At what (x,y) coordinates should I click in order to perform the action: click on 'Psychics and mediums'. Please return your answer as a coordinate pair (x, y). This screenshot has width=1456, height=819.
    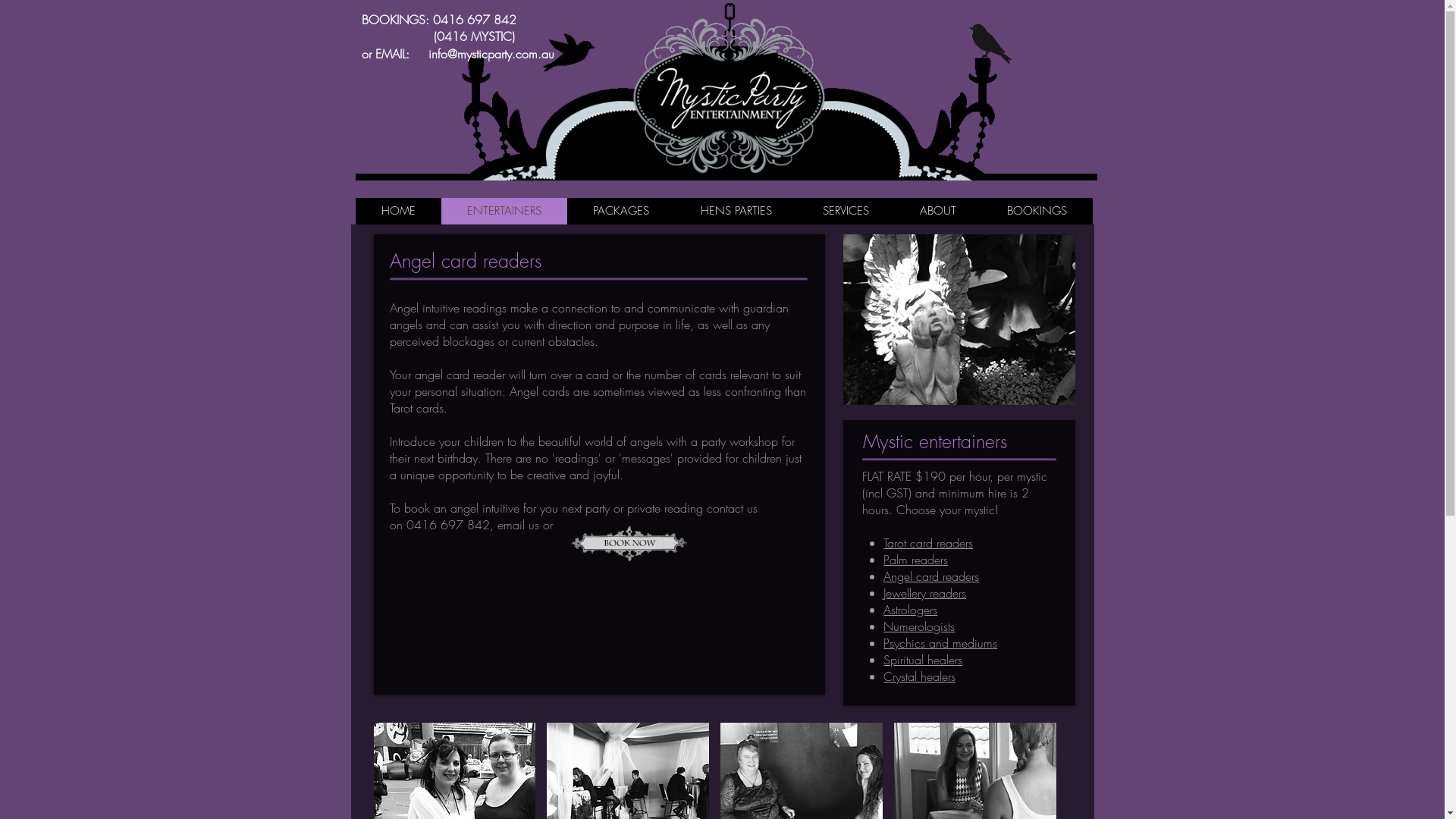
    Looking at the image, I should click on (883, 643).